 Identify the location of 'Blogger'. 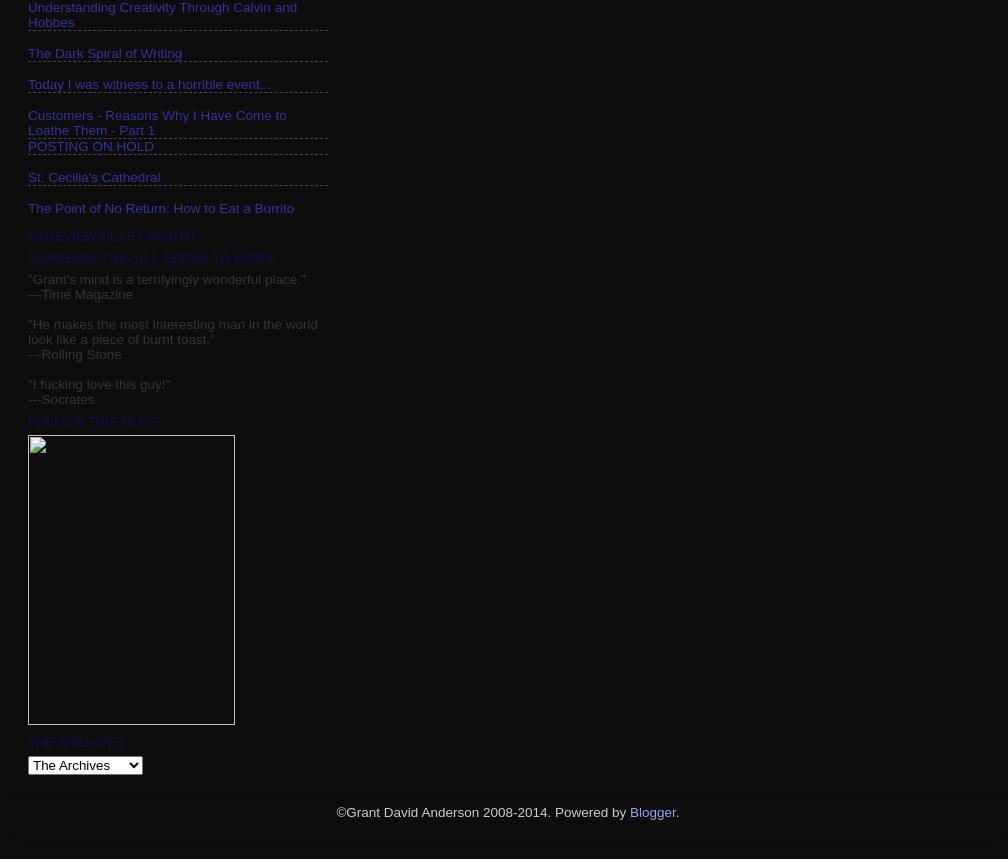
(630, 811).